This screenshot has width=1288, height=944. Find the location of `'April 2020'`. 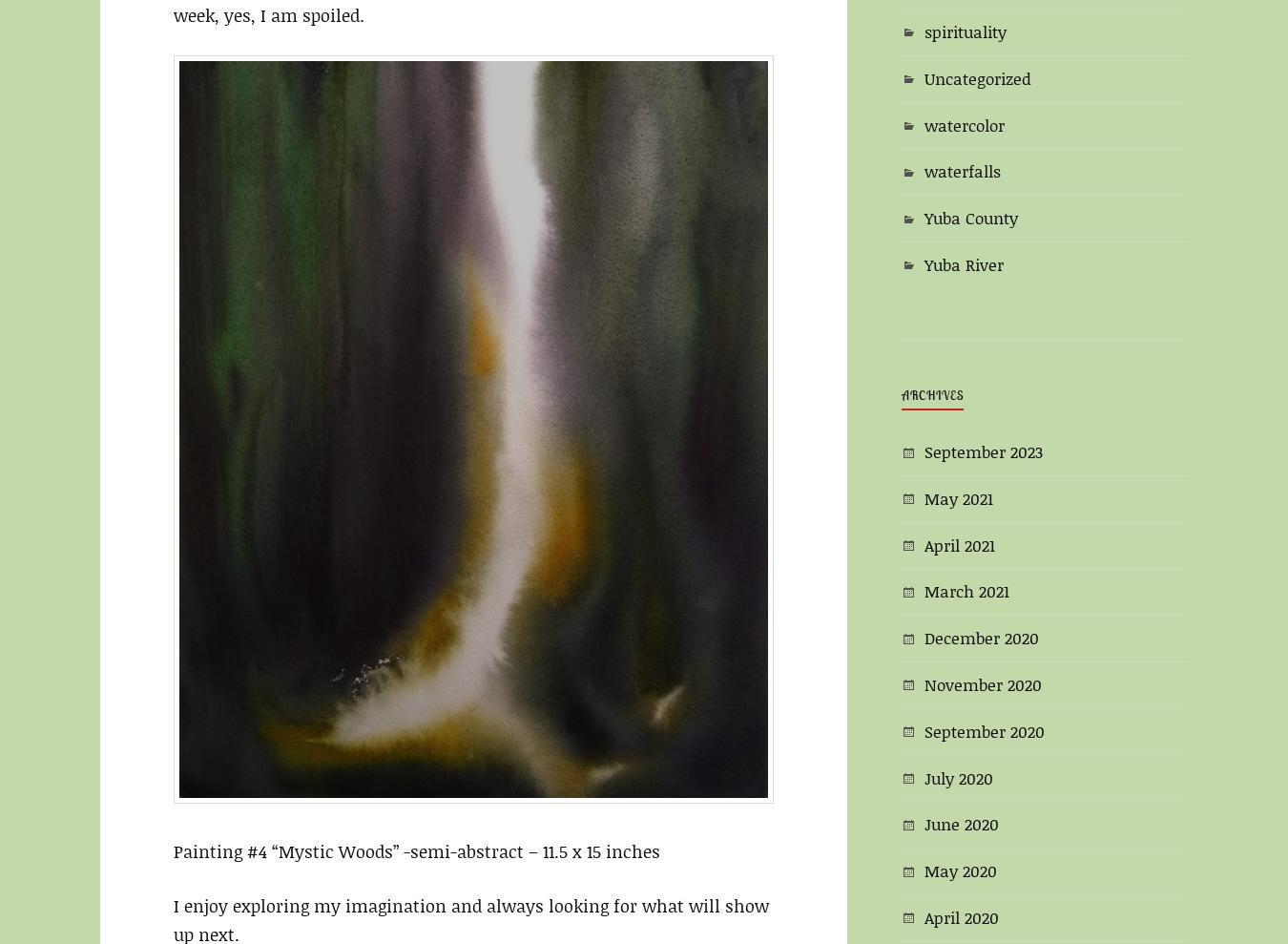

'April 2020' is located at coordinates (961, 916).